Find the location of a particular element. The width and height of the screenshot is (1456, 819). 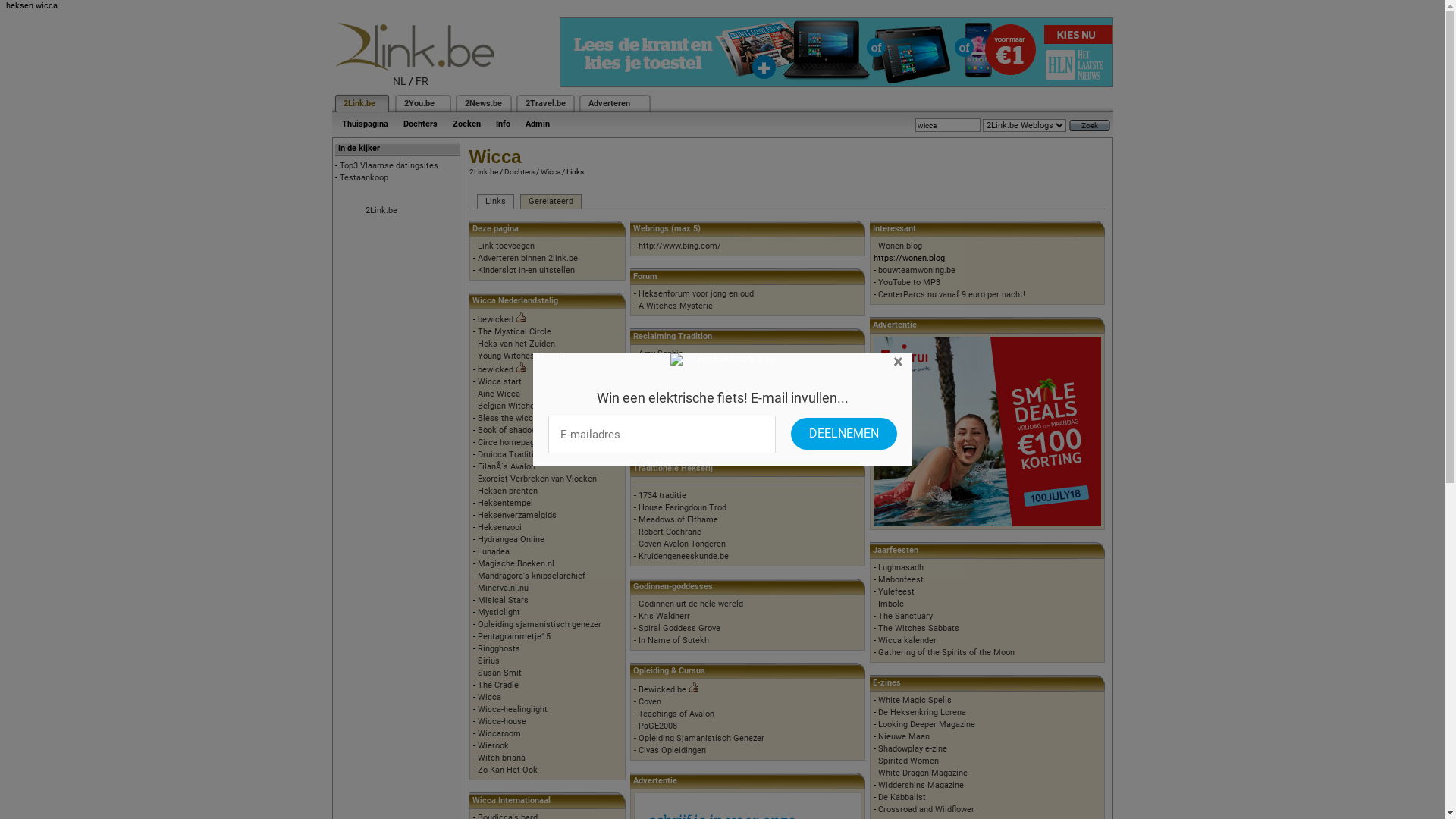

'Amy Sophia' is located at coordinates (661, 353).